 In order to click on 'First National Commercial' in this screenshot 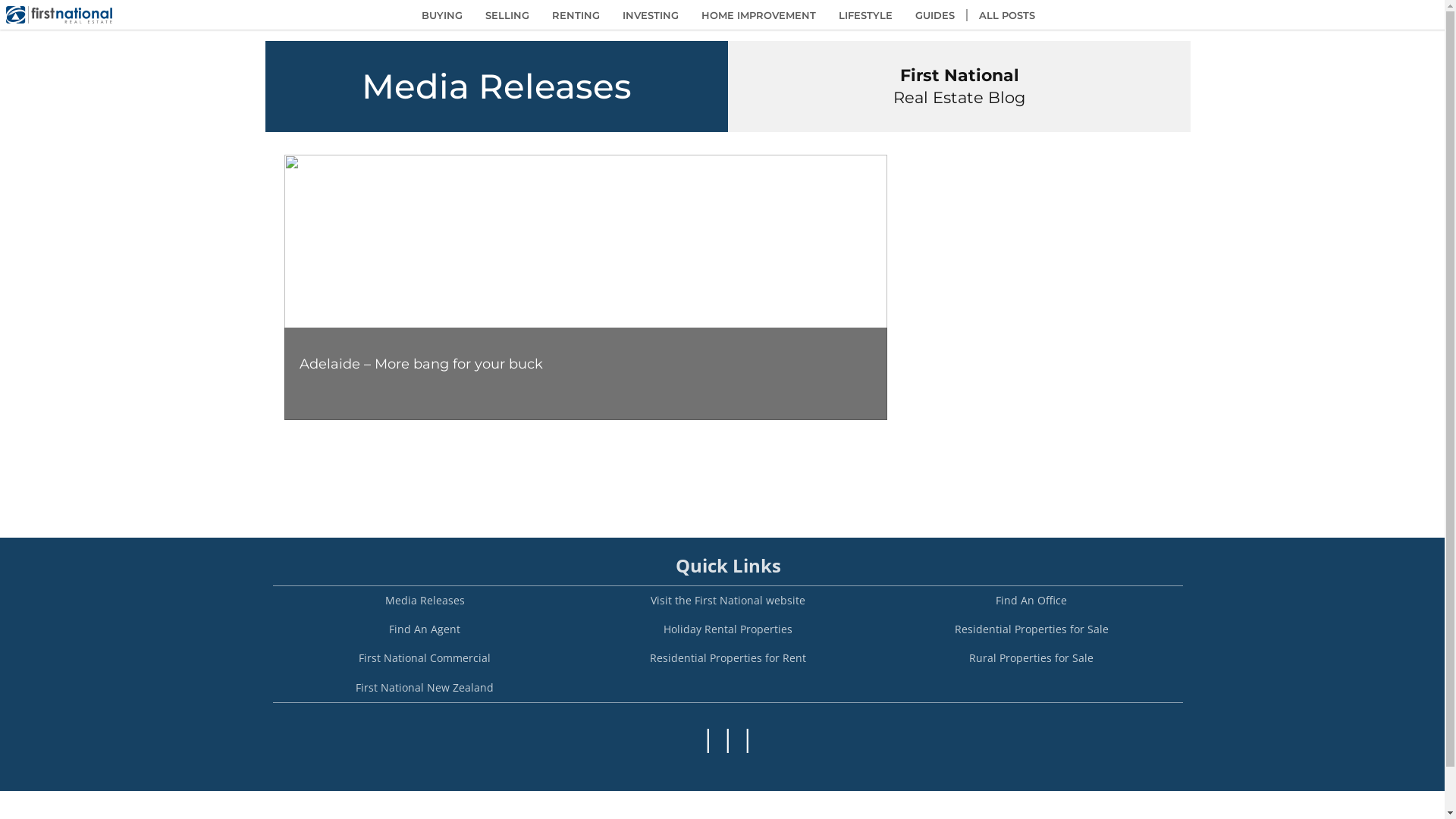, I will do `click(425, 657)`.